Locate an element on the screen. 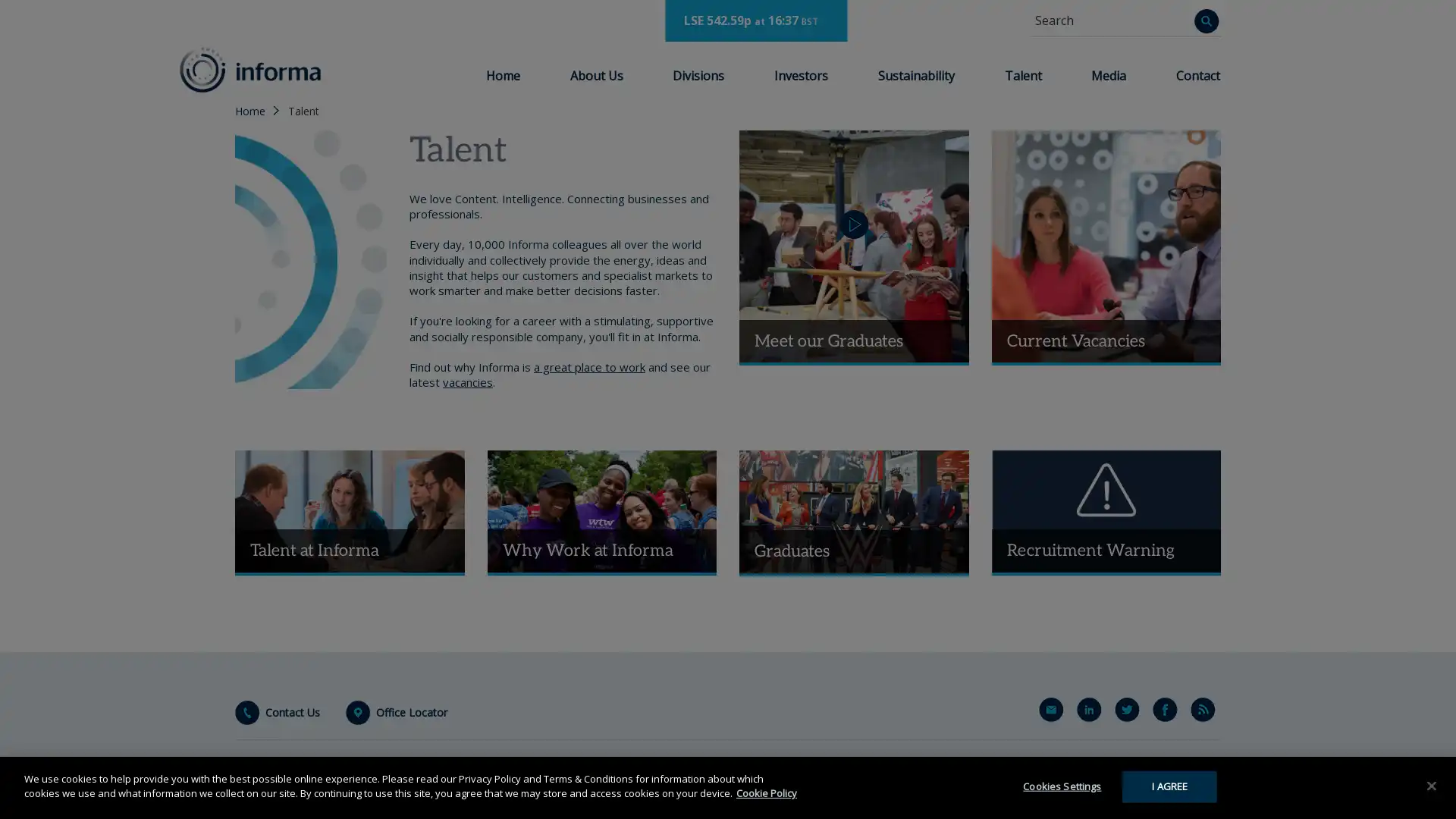 The height and width of the screenshot is (819, 1456). Cookies Settings is located at coordinates (1061, 786).